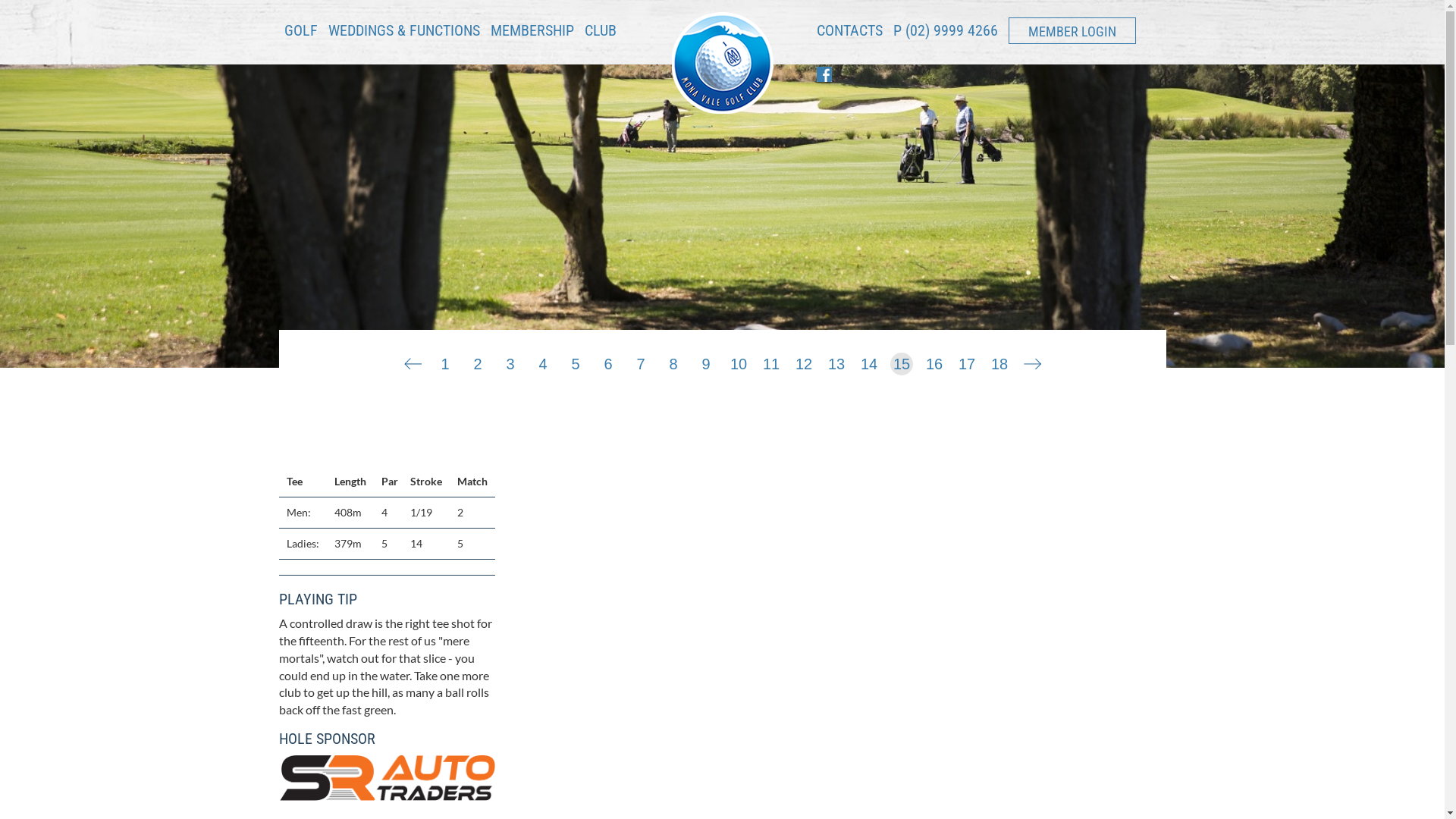 The height and width of the screenshot is (819, 1456). I want to click on '7', so click(640, 360).